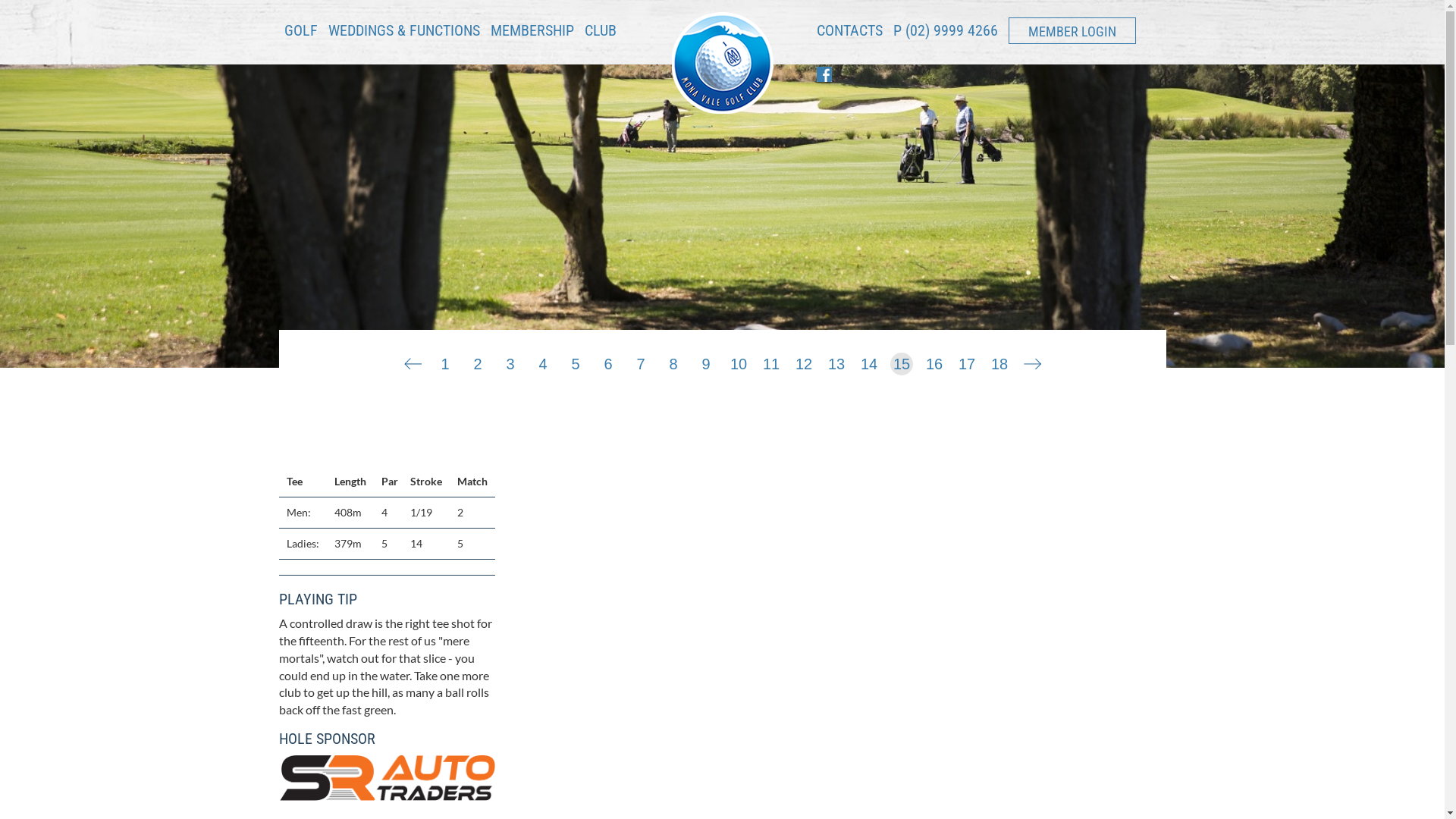 The height and width of the screenshot is (819, 1456). I want to click on '7', so click(640, 360).